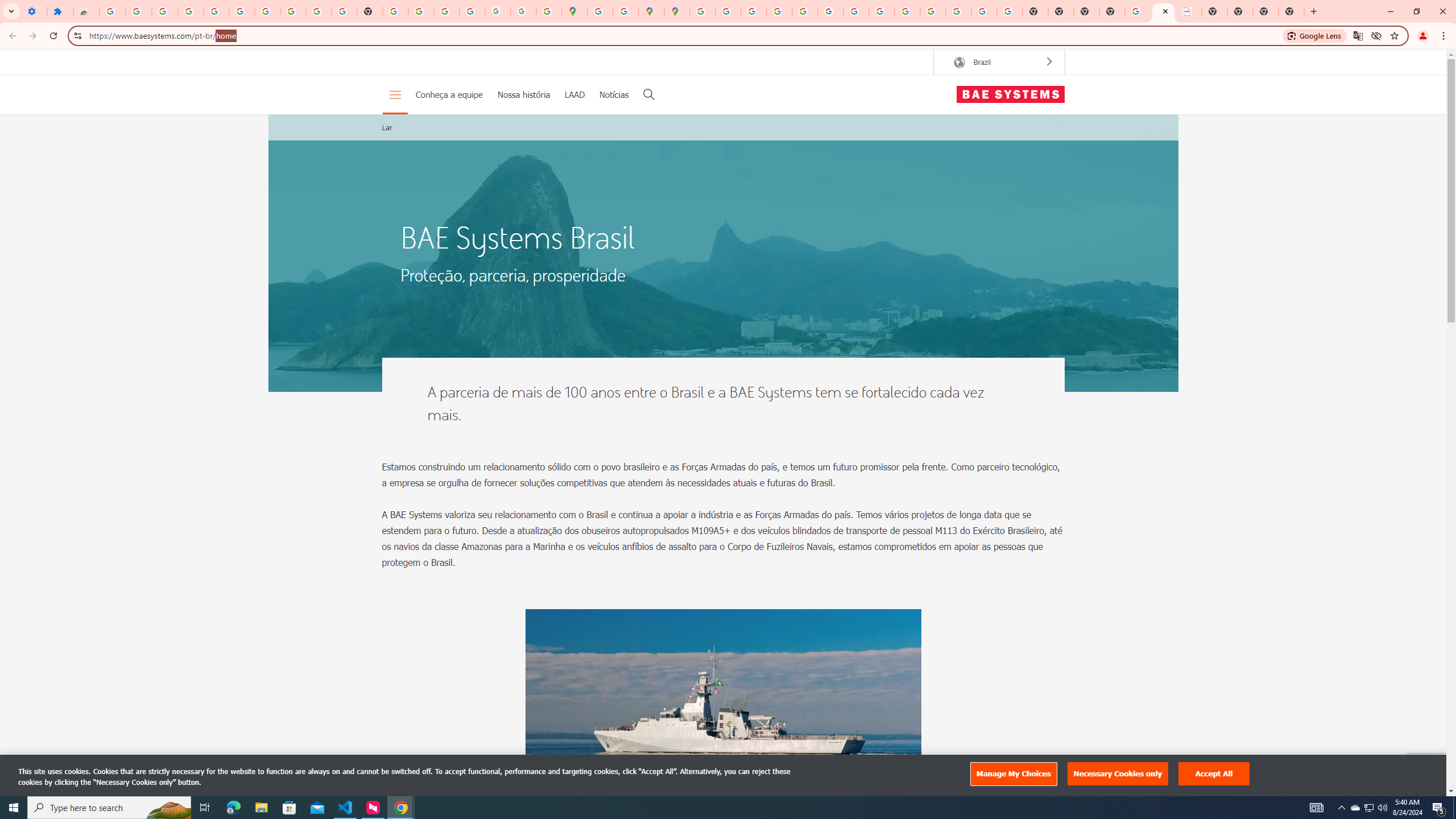  What do you see at coordinates (573, 11) in the screenshot?
I see `'Google Maps'` at bounding box center [573, 11].